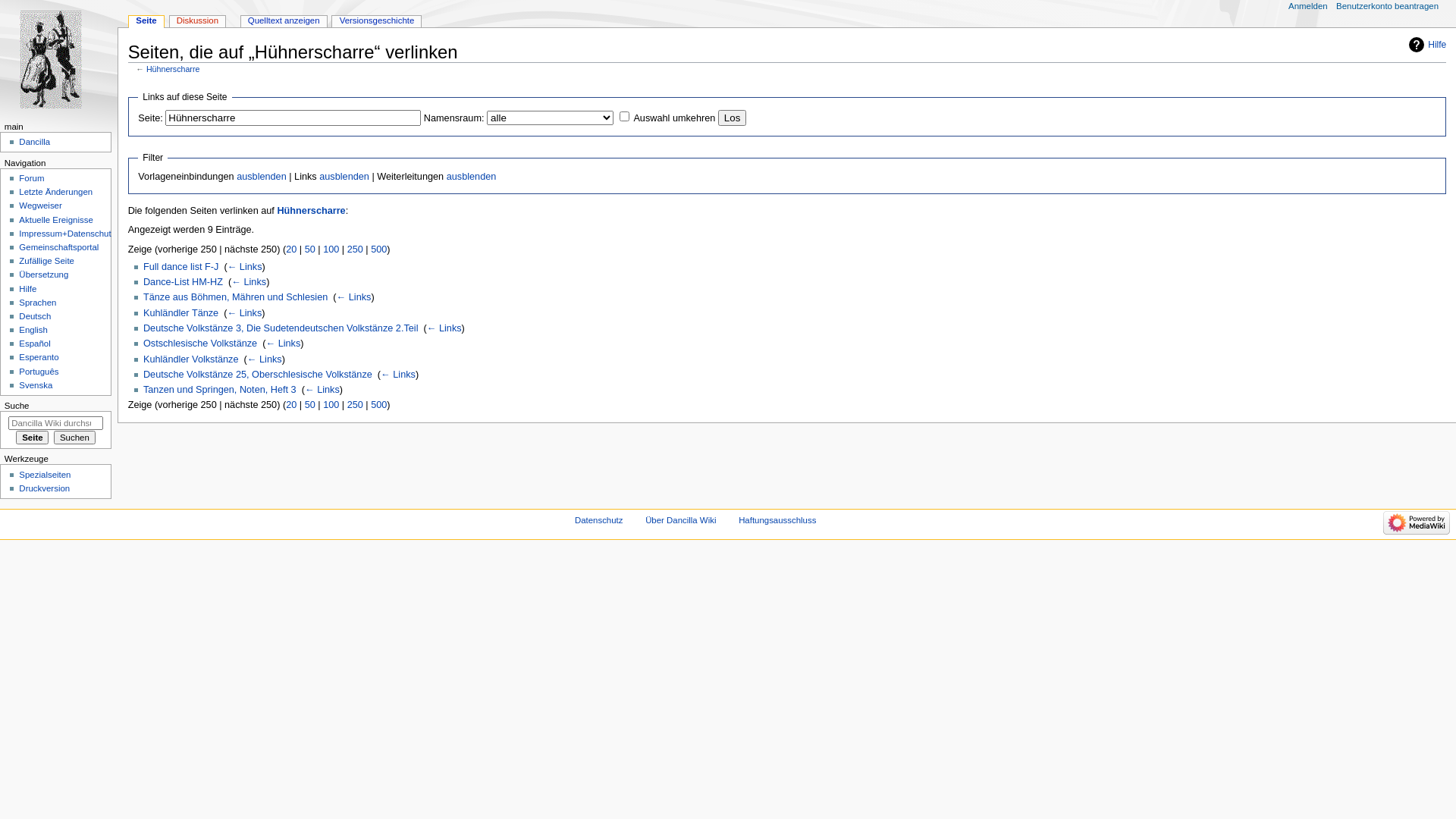  Describe the element at coordinates (376, 21) in the screenshot. I see `'Versionsgeschichte'` at that location.